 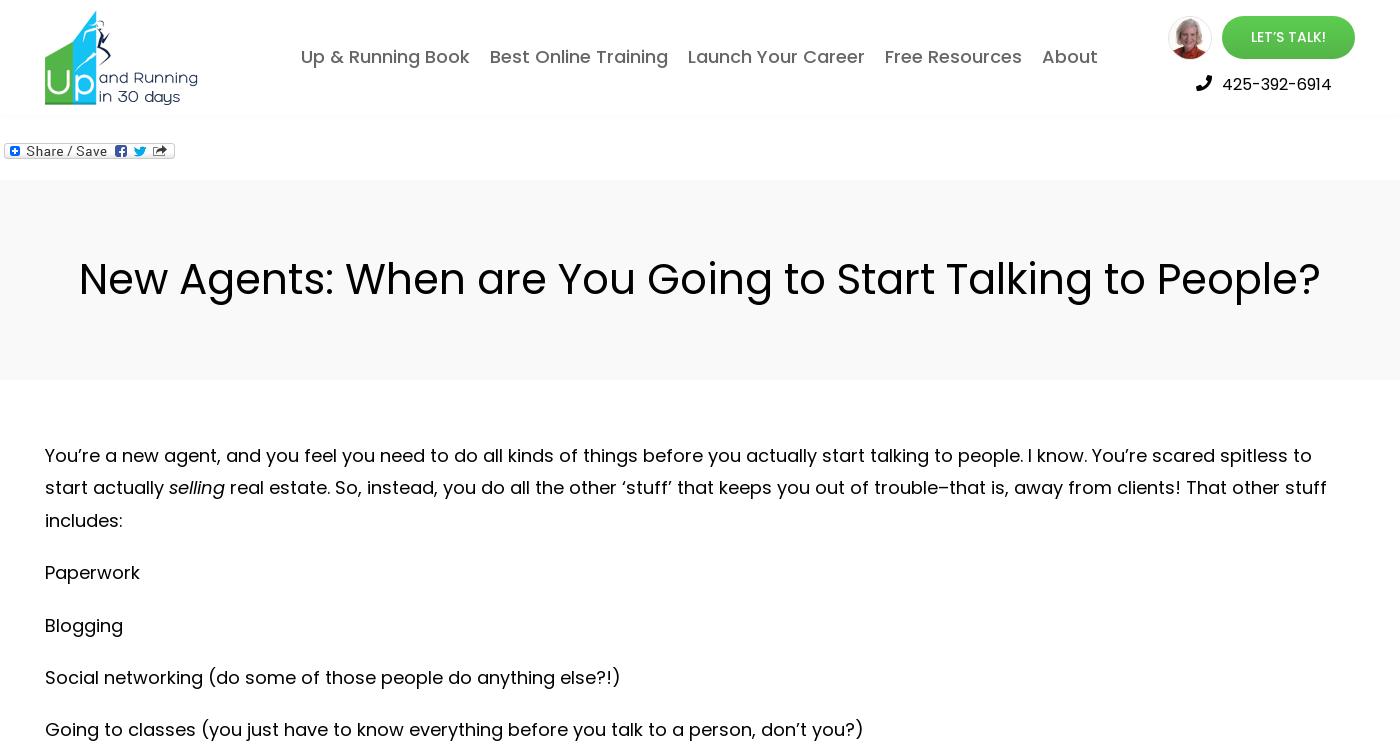 What do you see at coordinates (953, 55) in the screenshot?
I see `'Free Resources'` at bounding box center [953, 55].